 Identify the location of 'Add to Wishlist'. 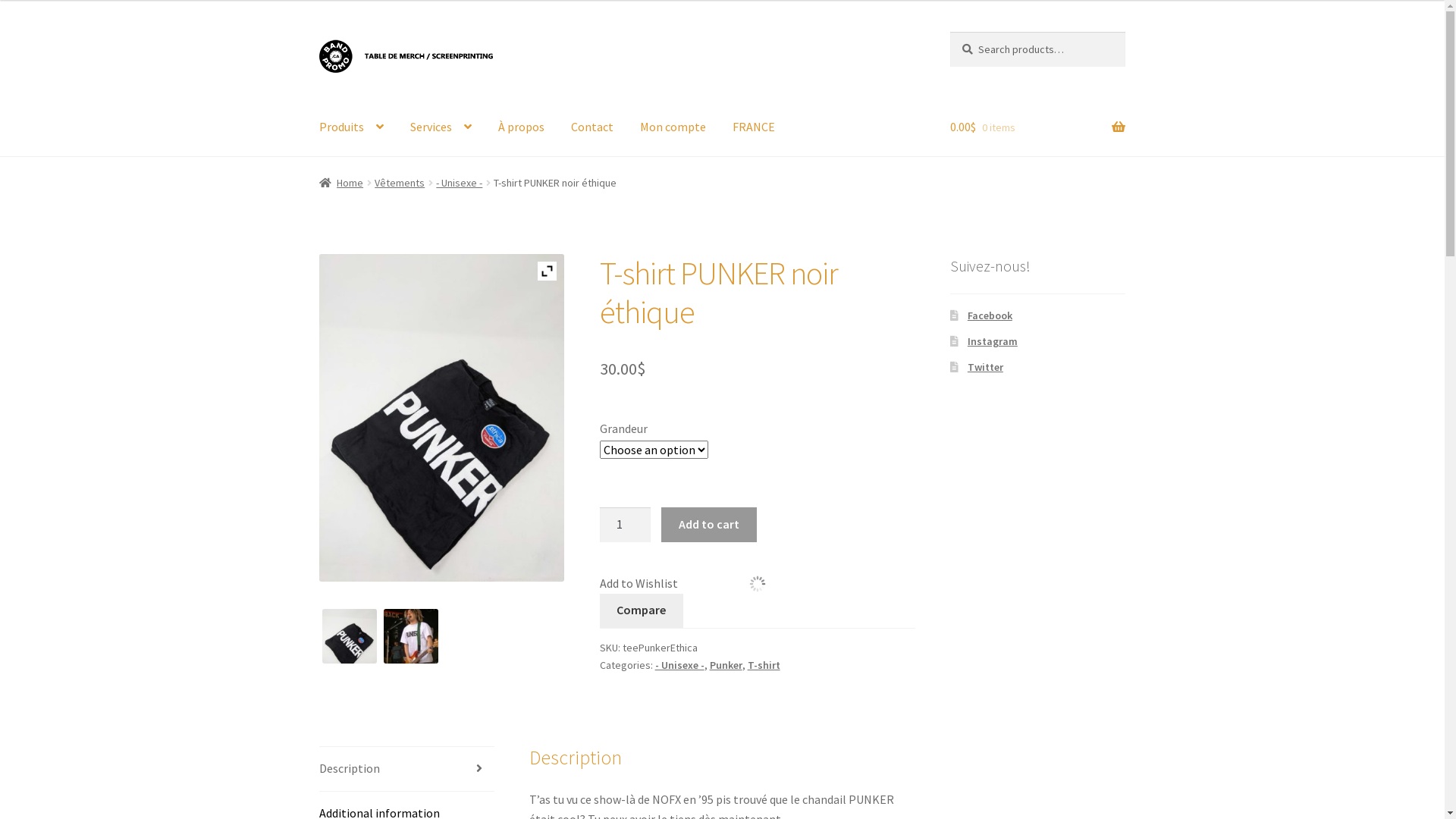
(639, 582).